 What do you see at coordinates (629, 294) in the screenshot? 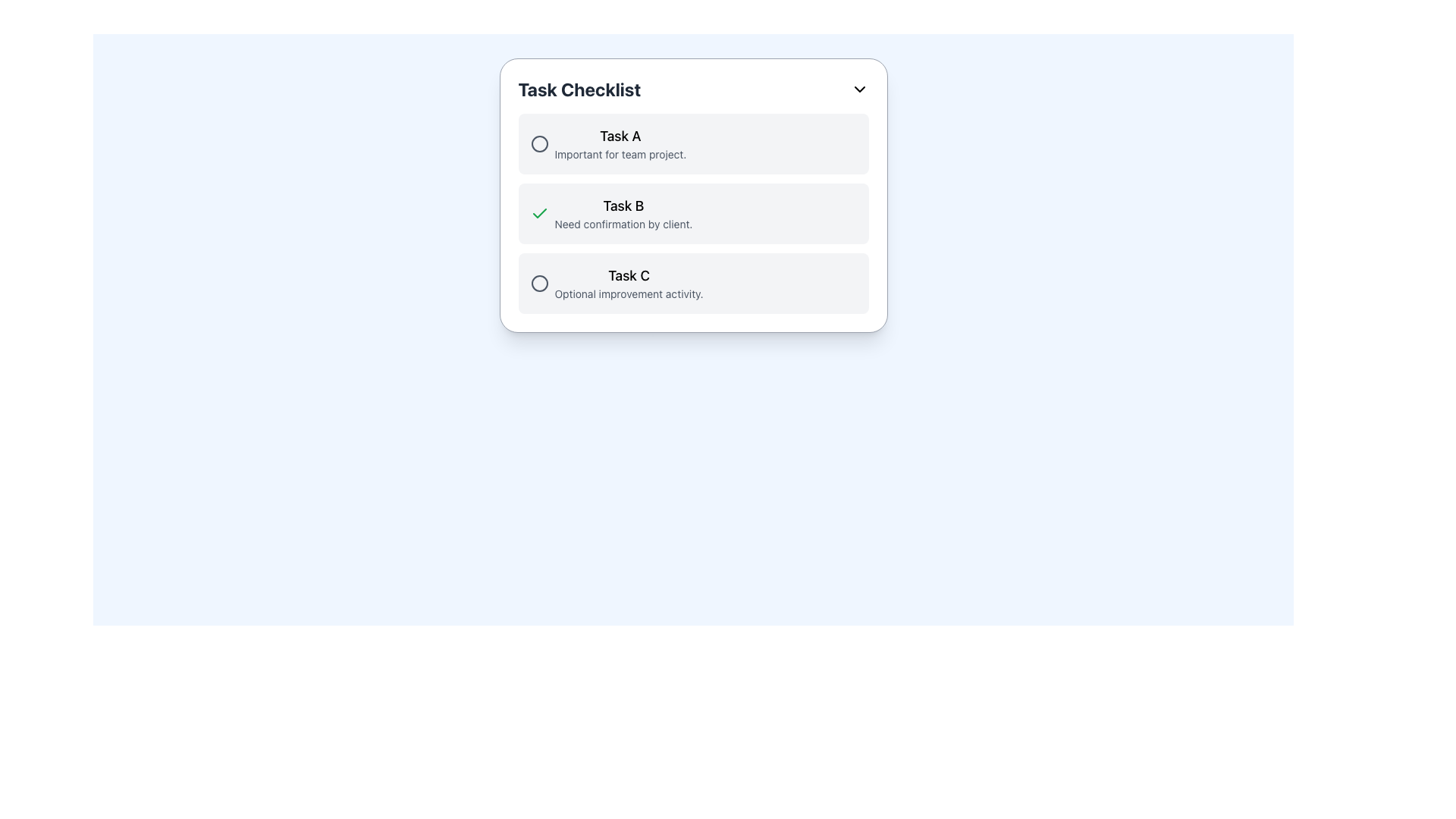
I see `the Text Label that provides additional information for 'Task C' in the checklist, located below the 'Task C' heading` at bounding box center [629, 294].